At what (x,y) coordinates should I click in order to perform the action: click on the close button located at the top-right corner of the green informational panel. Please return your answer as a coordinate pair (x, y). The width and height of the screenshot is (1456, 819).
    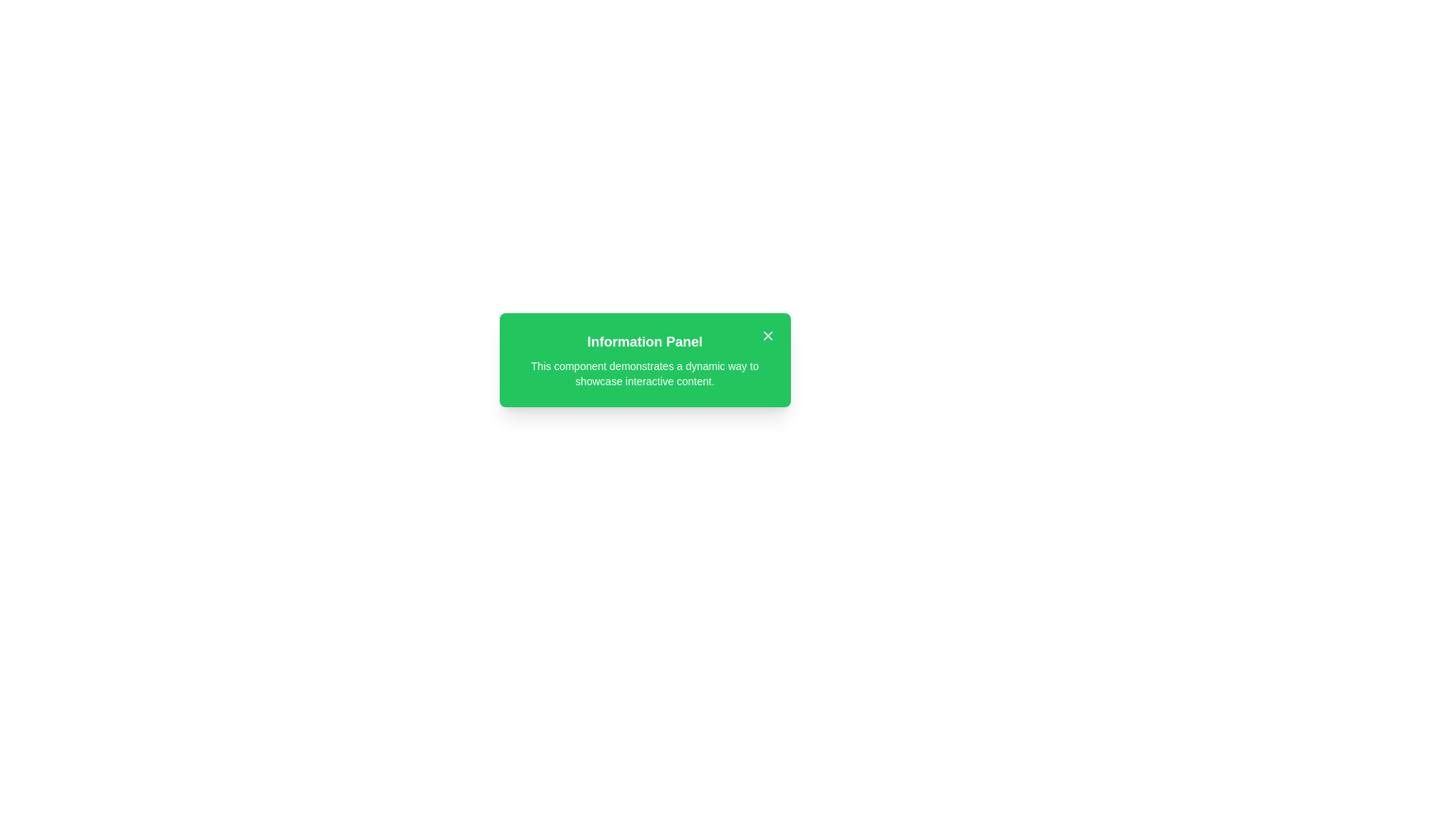
    Looking at the image, I should click on (767, 335).